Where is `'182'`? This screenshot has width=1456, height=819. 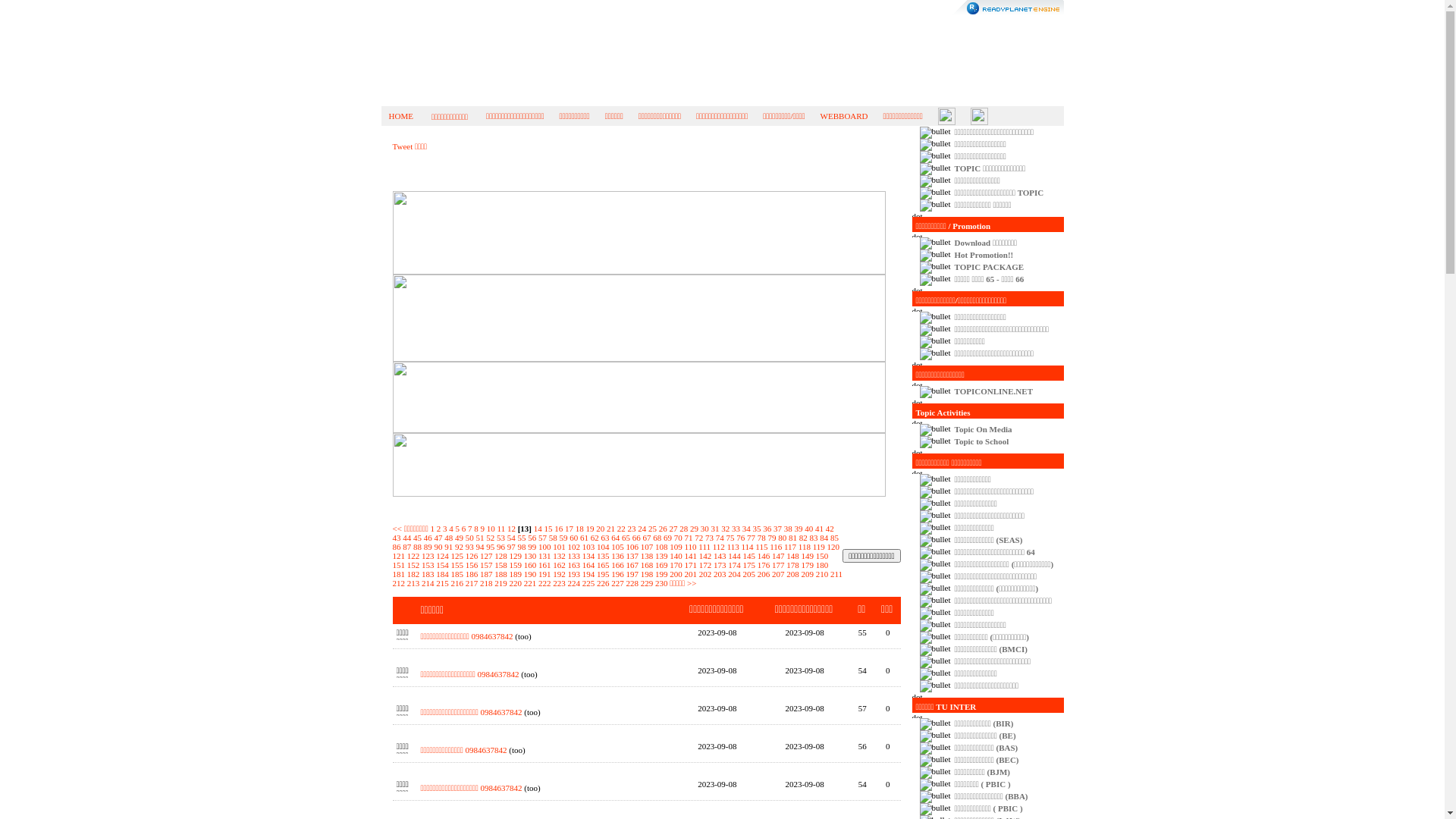 '182' is located at coordinates (413, 573).